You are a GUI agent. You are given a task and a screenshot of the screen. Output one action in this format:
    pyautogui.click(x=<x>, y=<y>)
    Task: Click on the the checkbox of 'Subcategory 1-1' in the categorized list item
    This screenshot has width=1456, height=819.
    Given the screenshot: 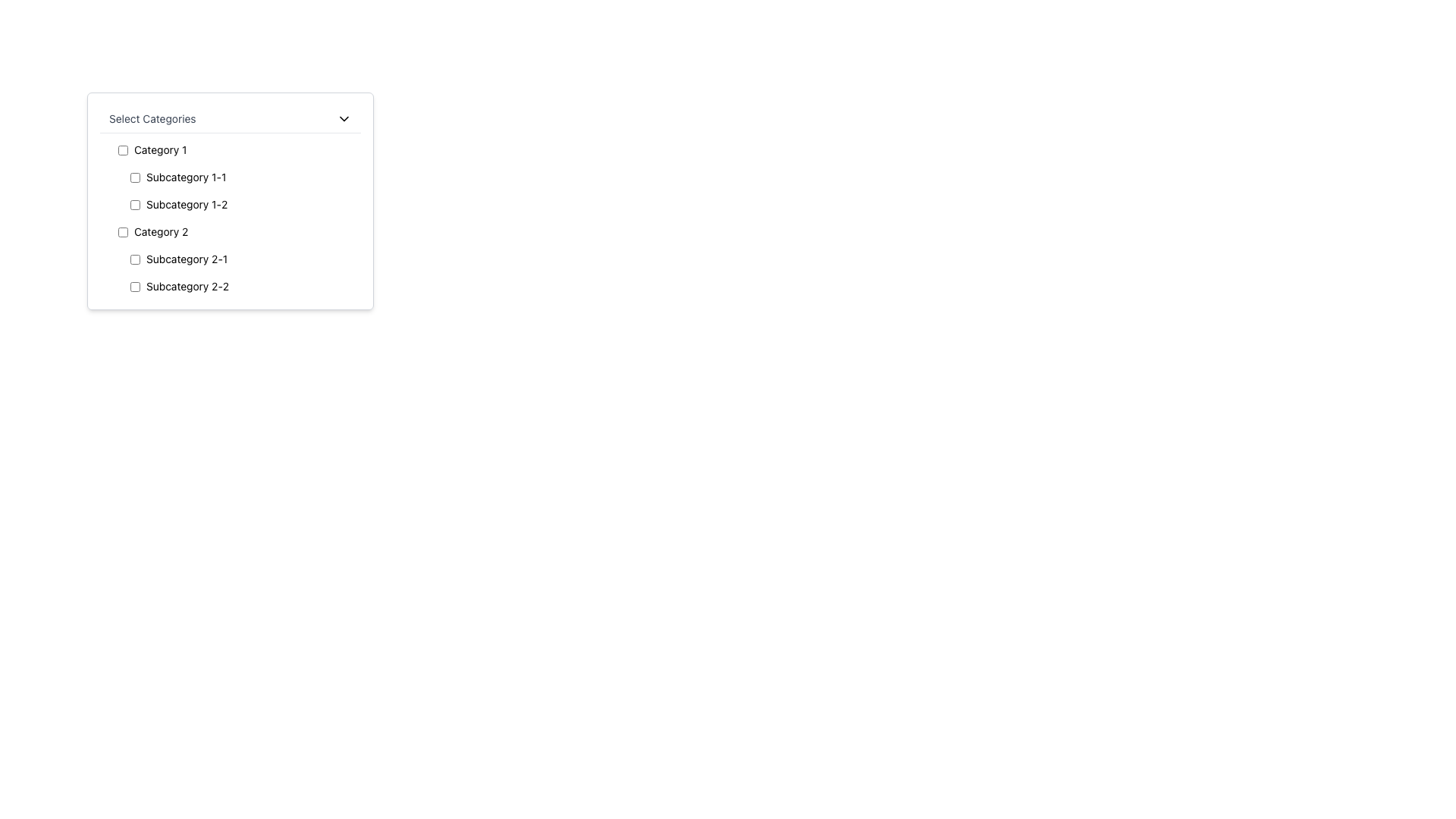 What is the action you would take?
    pyautogui.click(x=236, y=177)
    